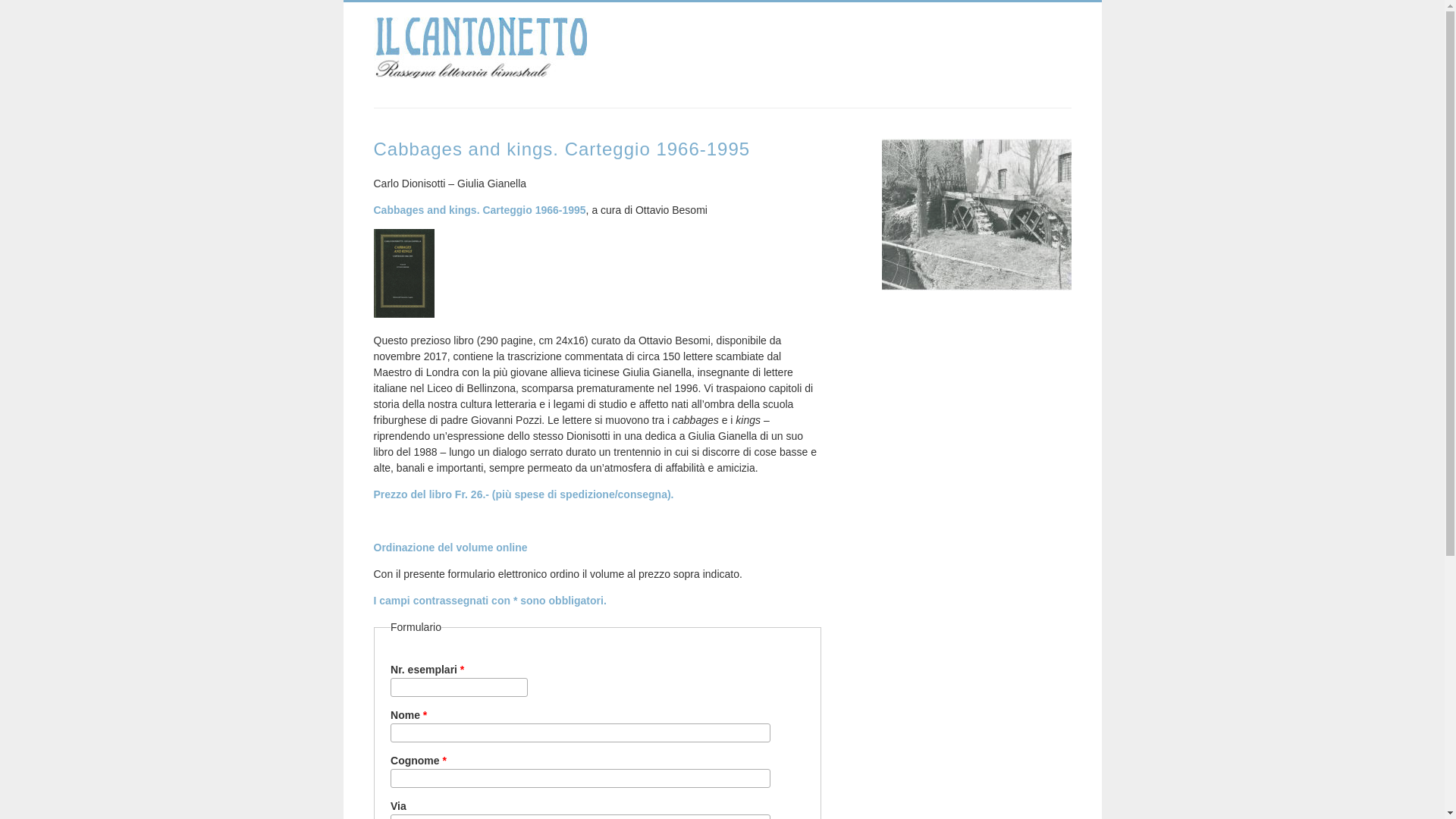  I want to click on 'Home', so click(479, 71).